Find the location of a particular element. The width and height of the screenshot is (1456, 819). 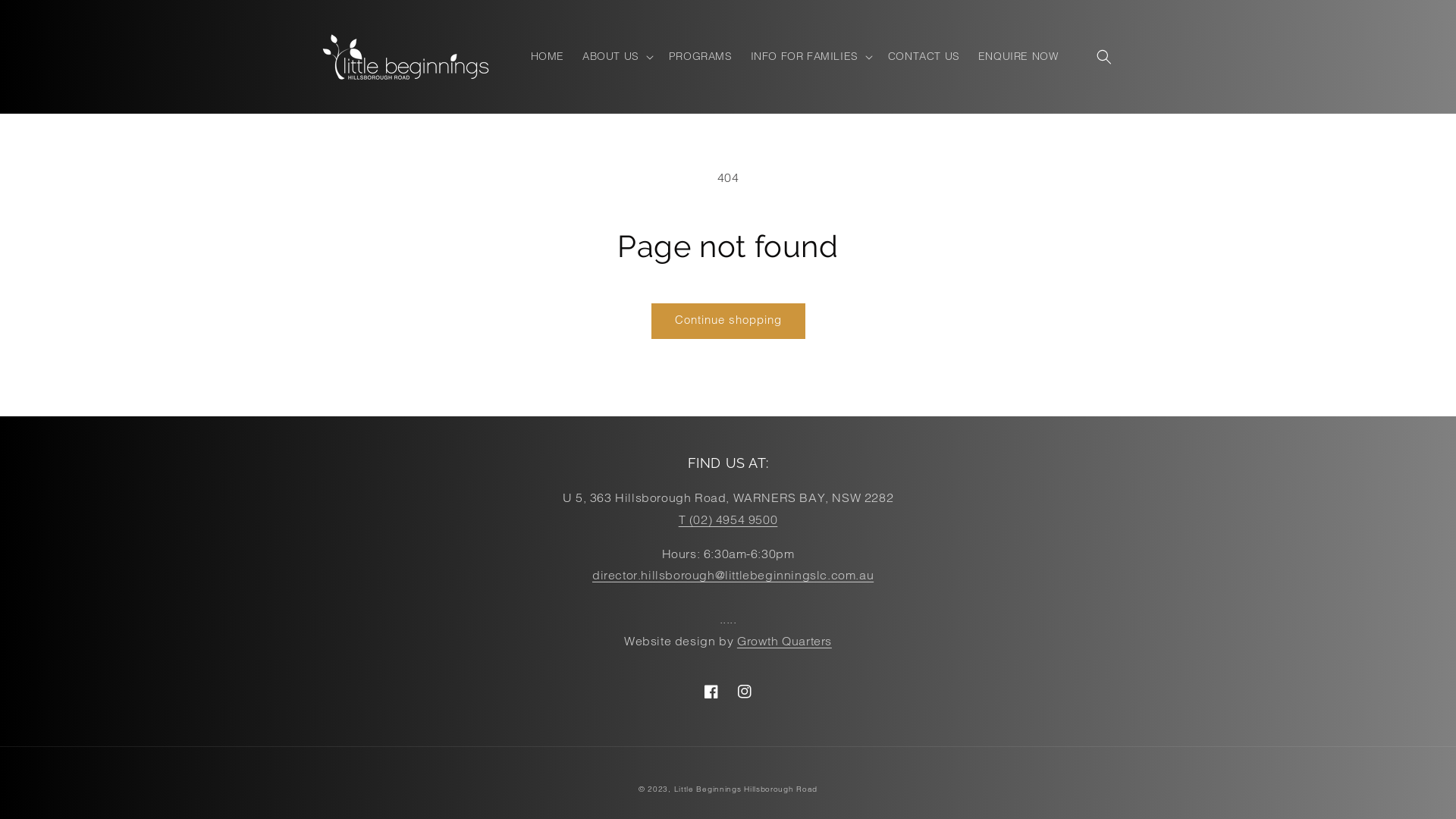

'T (02) 4954 9500' is located at coordinates (677, 519).